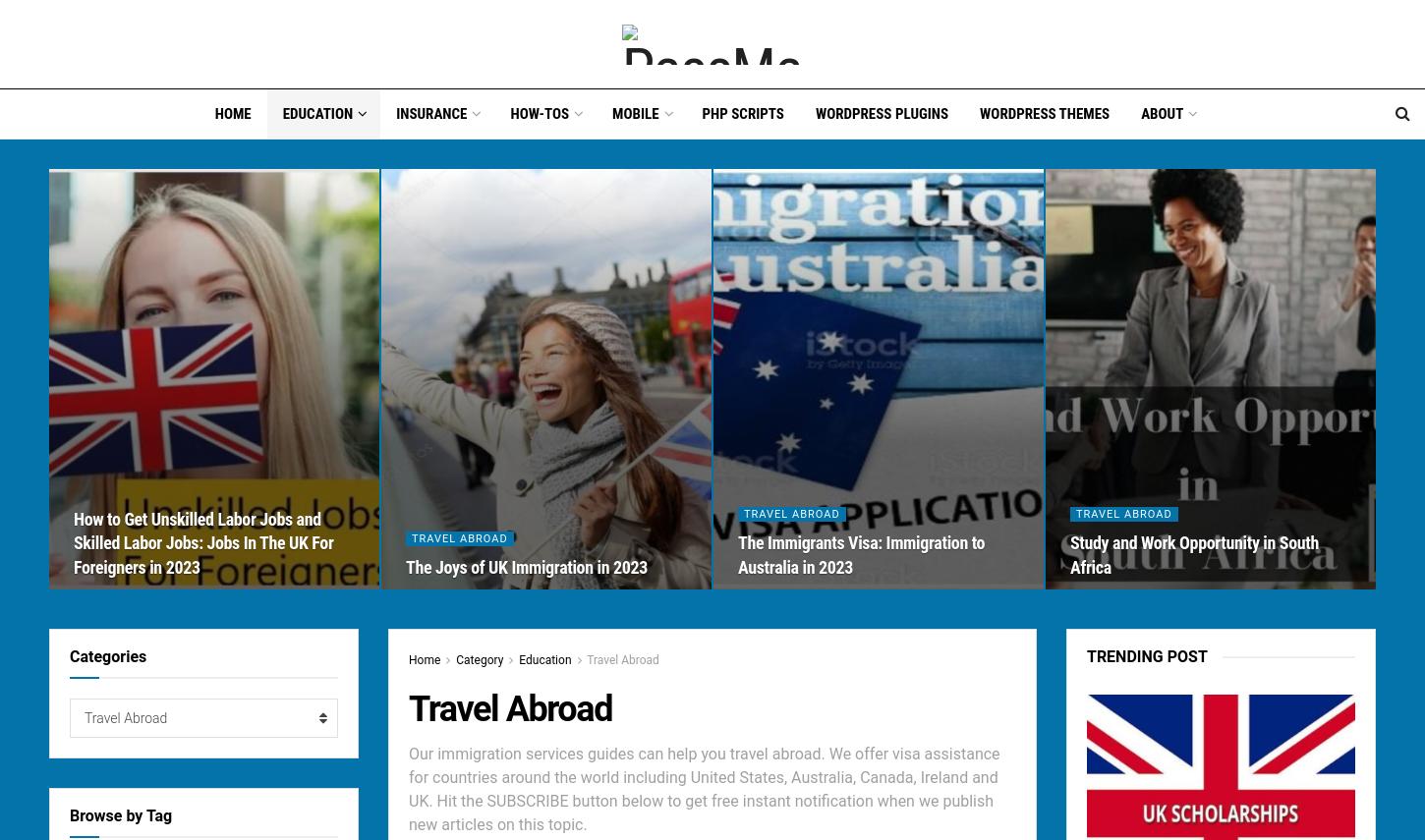 This screenshot has height=840, width=1425. Describe the element at coordinates (703, 789) in the screenshot. I see `'Our immigration services guides can help you travel abroad. We offer visa assistance for countries around the world including United States, Australia, Canada, Ireland and UK.  Hit the SUBSCRIBE button below to get free instant notification when we publish new articles on this topic.'` at that location.